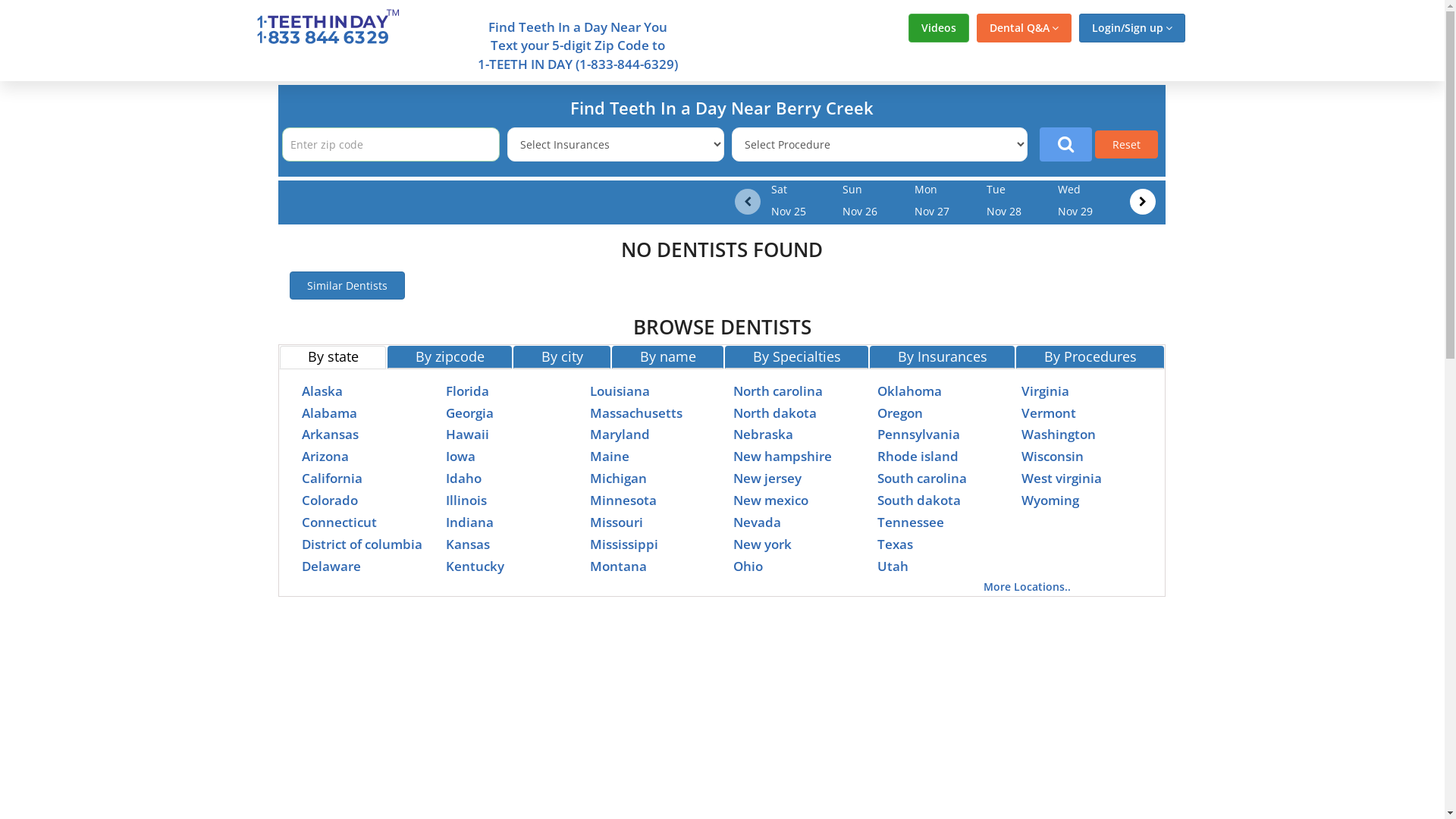 This screenshot has height=819, width=1456. I want to click on 'Nevada', so click(757, 521).